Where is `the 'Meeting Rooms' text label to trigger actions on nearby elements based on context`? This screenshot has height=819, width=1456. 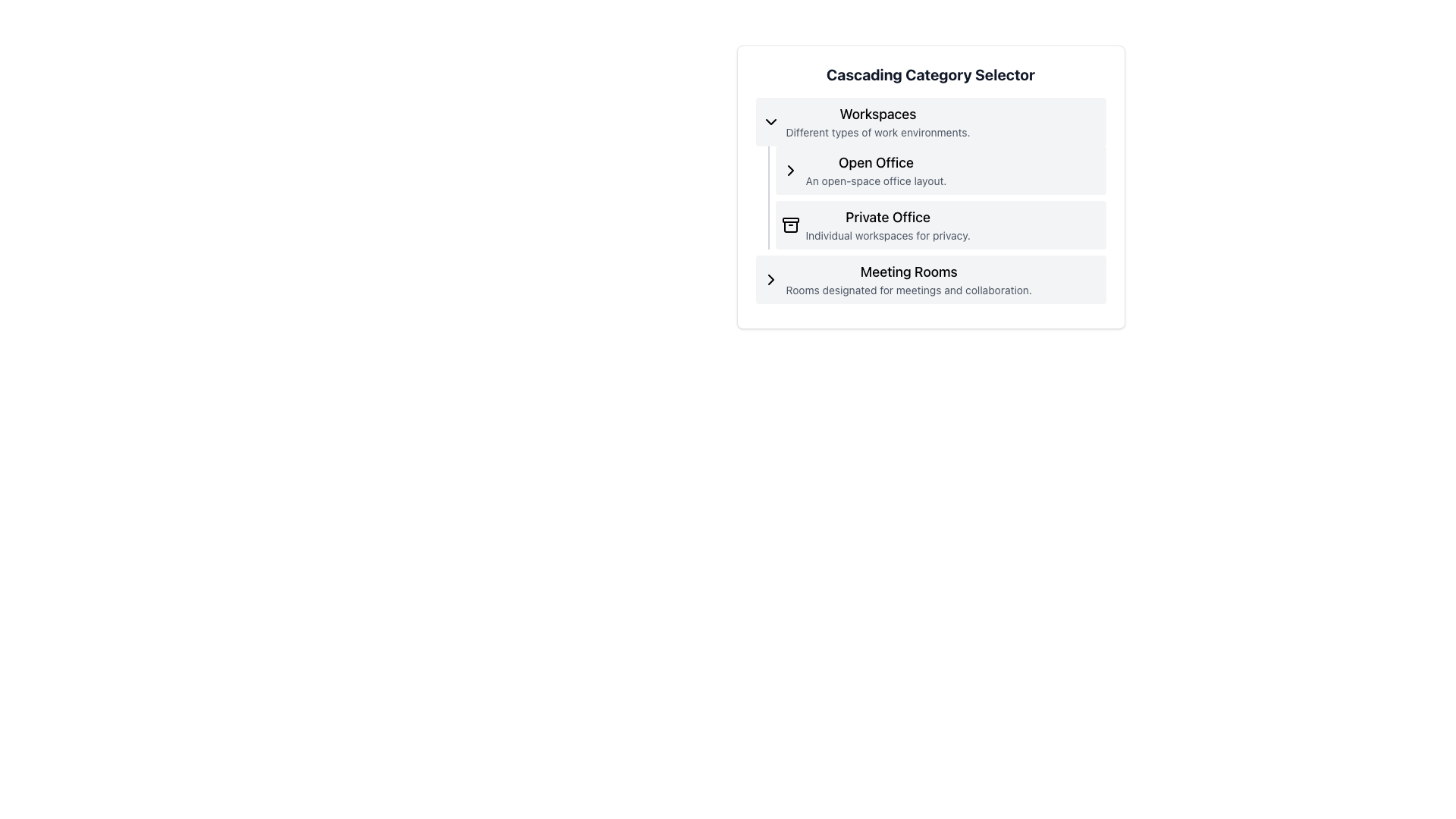
the 'Meeting Rooms' text label to trigger actions on nearby elements based on context is located at coordinates (908, 271).